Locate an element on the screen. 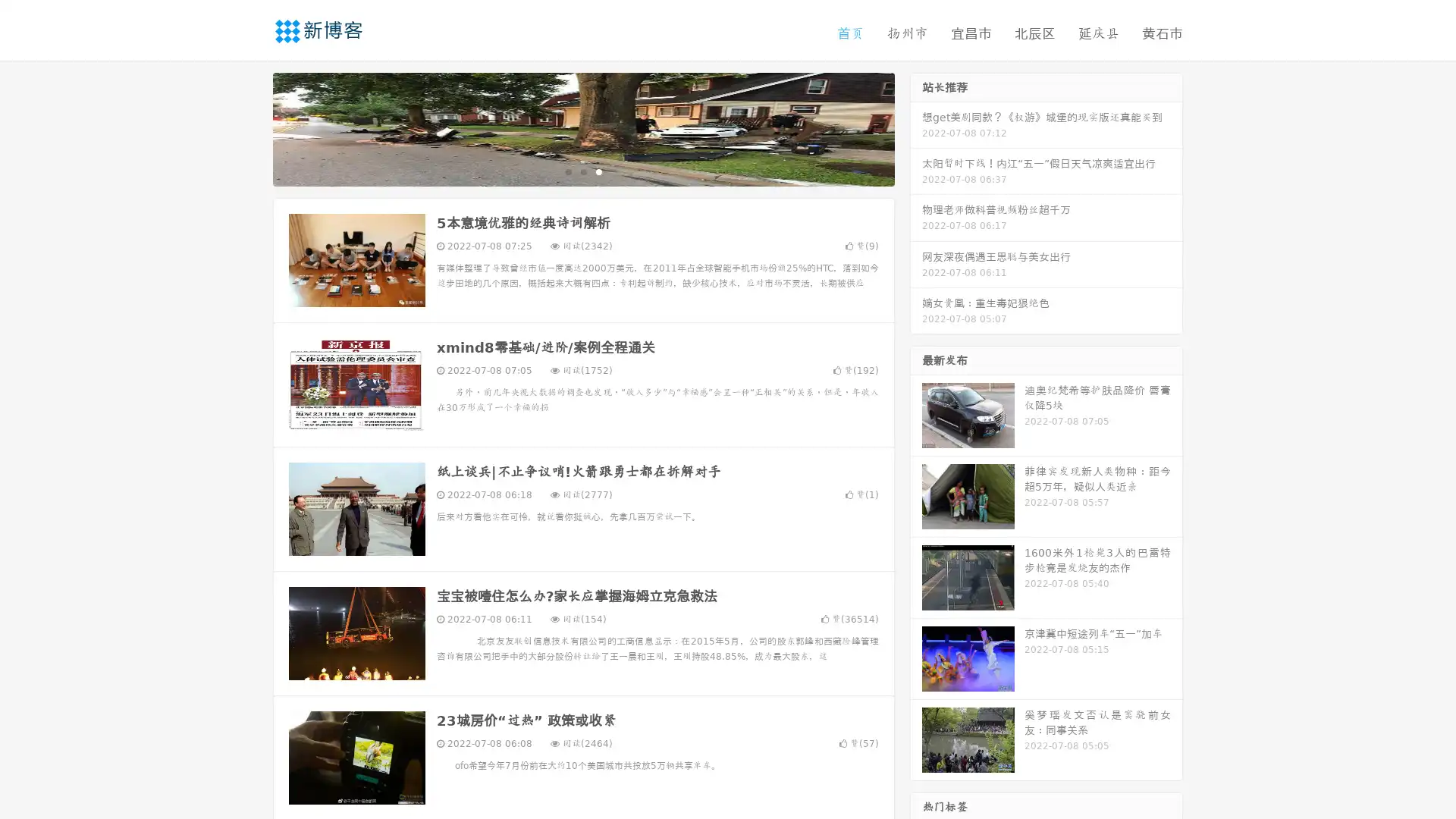  Go to slide 2 is located at coordinates (582, 171).